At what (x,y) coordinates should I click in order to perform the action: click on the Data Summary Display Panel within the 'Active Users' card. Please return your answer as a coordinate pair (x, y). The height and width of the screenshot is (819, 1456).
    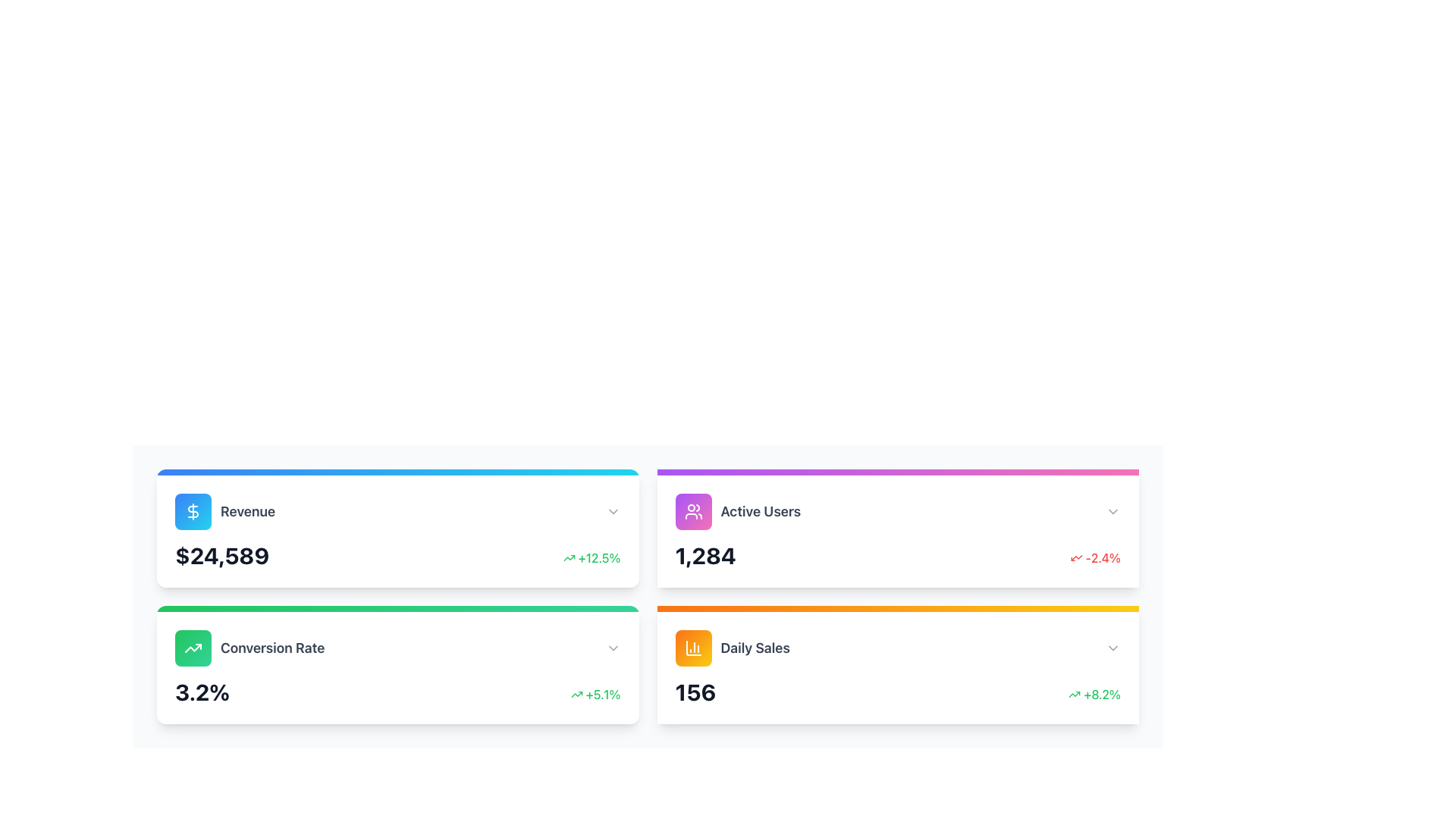
    Looking at the image, I should click on (898, 555).